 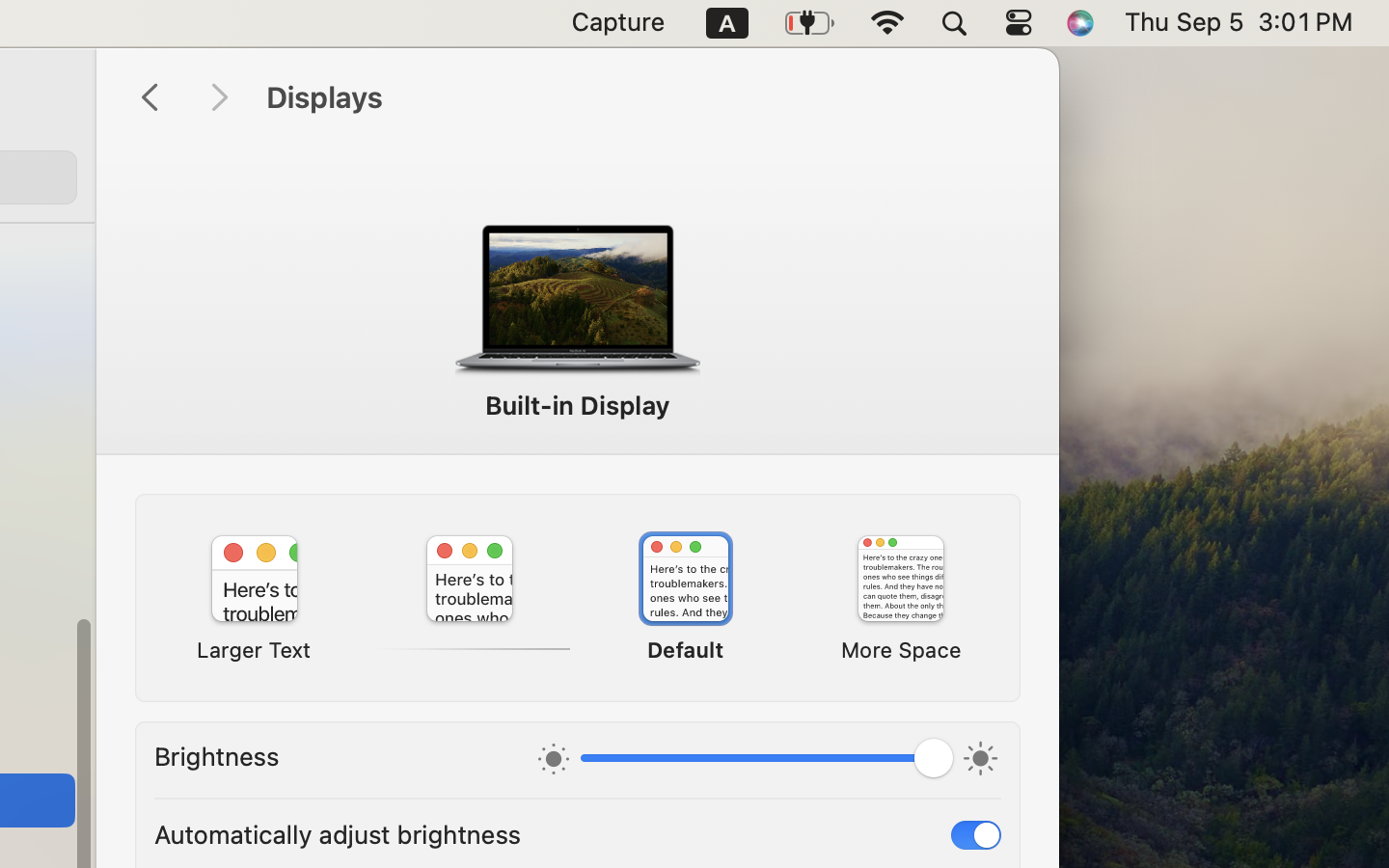 What do you see at coordinates (216, 754) in the screenshot?
I see `'Brightness'` at bounding box center [216, 754].